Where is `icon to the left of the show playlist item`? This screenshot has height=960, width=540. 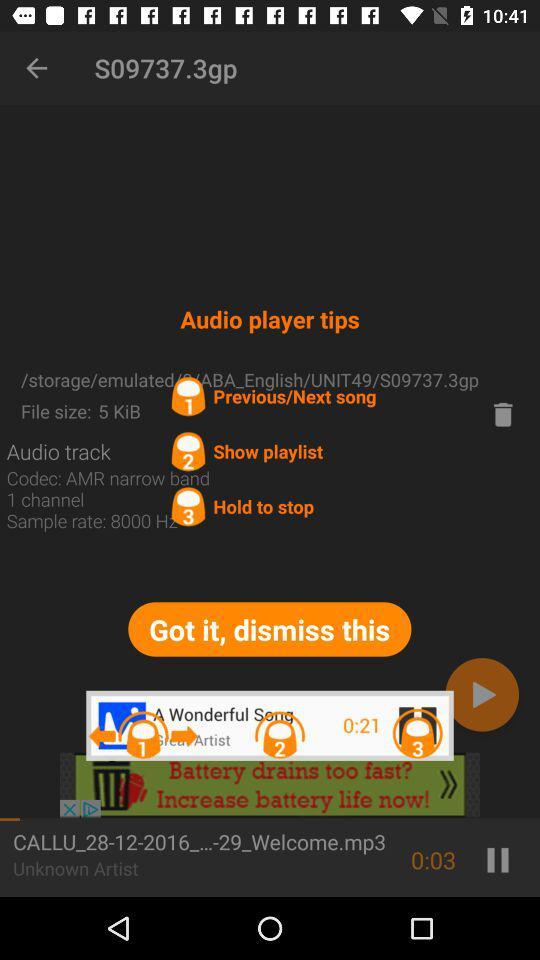 icon to the left of the show playlist item is located at coordinates (58, 451).